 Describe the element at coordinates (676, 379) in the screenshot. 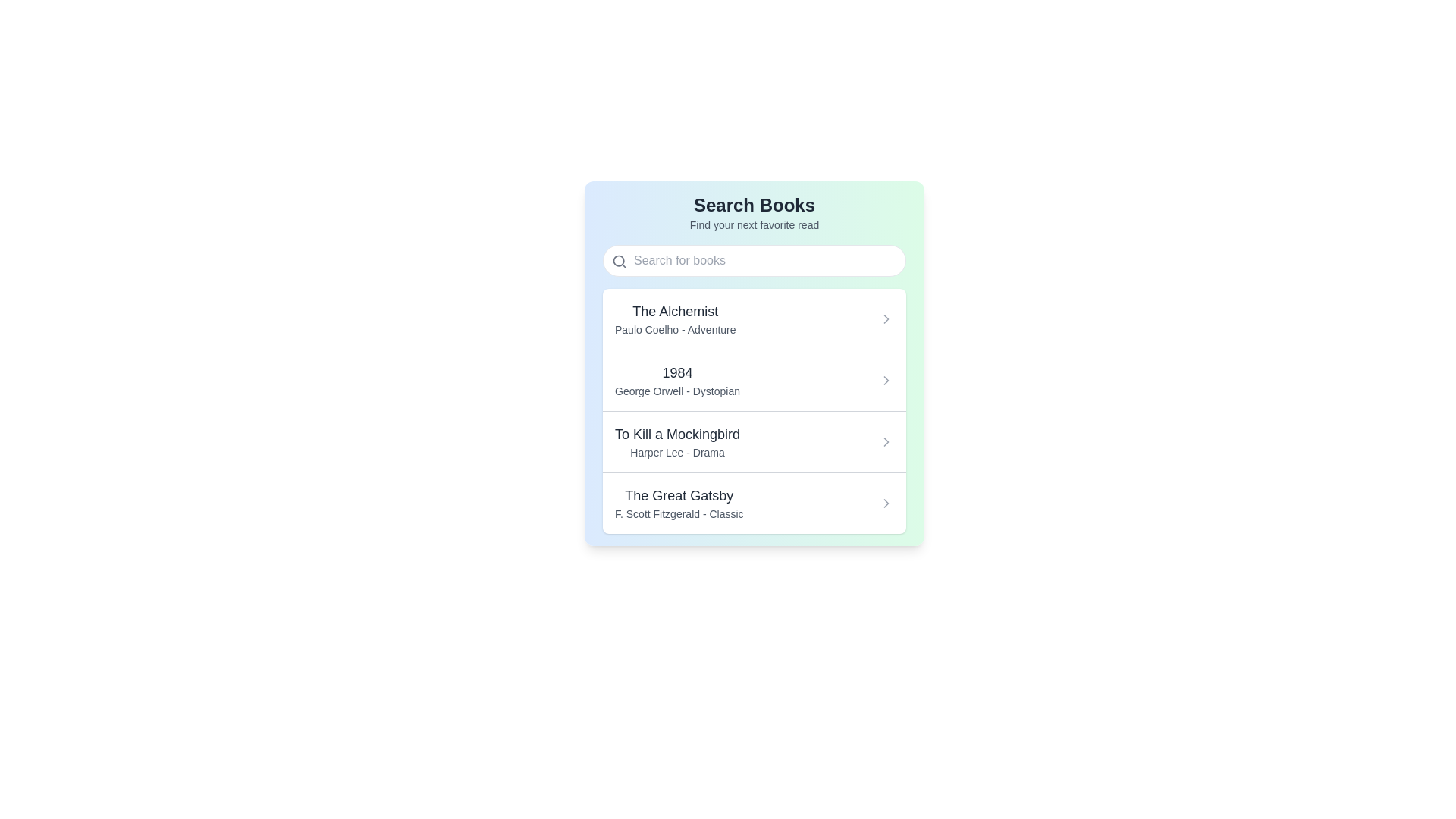

I see `the list item displaying '1984' by George Orwell` at that location.